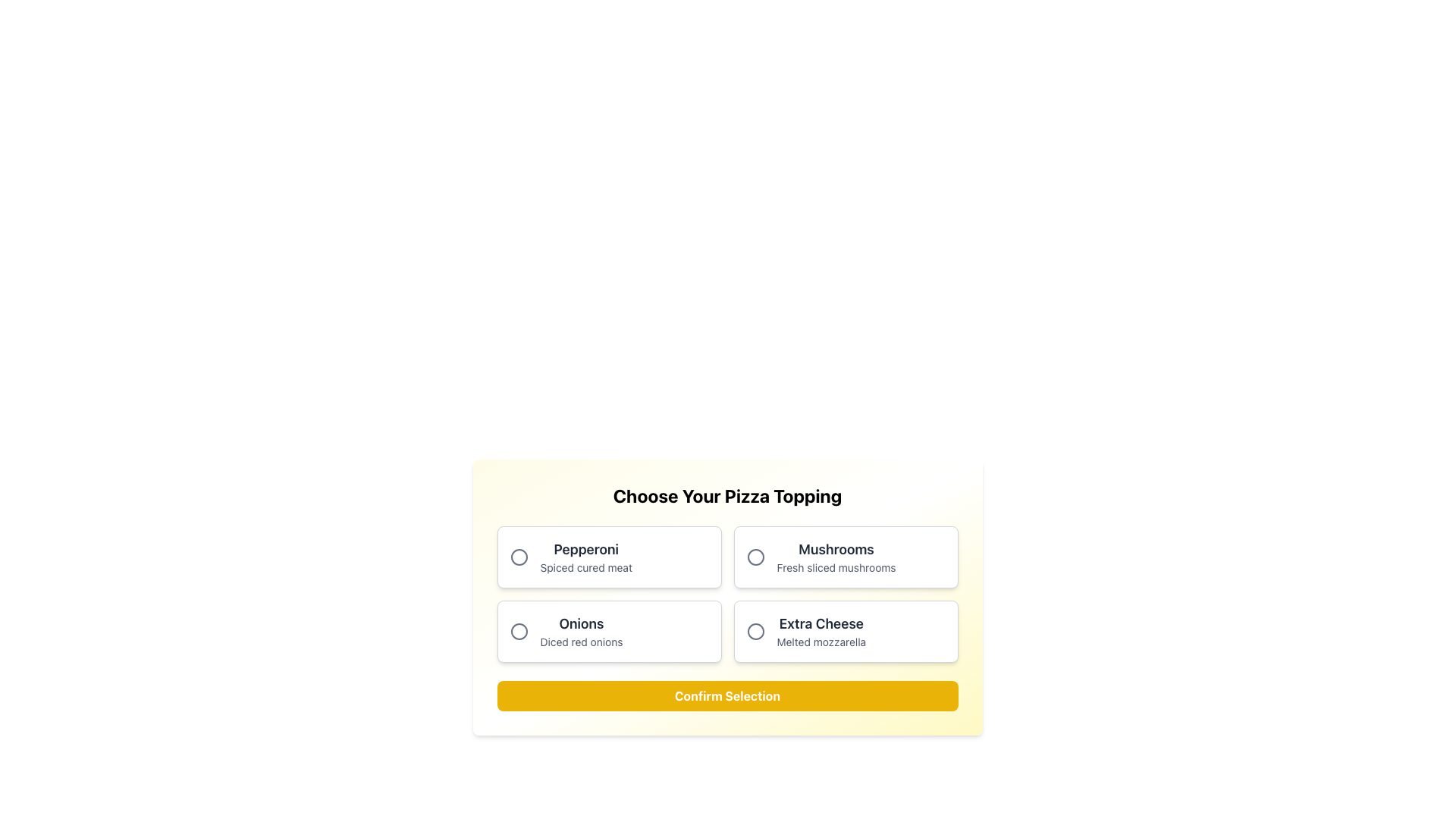 This screenshot has width=1456, height=819. I want to click on the circular radio button or checkbox for the 'Onions' topping located in the bottom-left area under the pizza toppings section, so click(519, 632).